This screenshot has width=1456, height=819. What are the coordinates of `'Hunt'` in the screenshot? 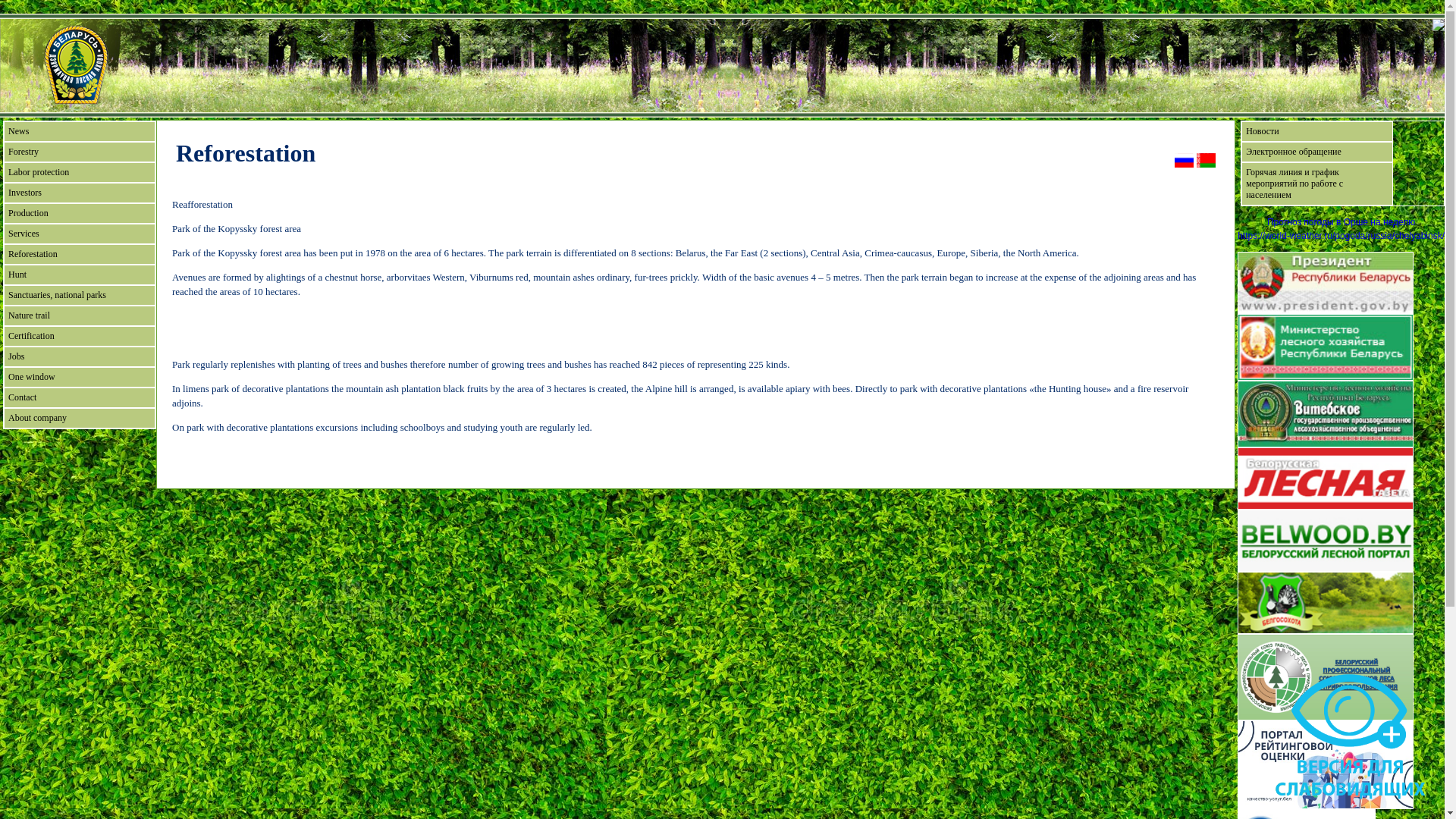 It's located at (79, 275).